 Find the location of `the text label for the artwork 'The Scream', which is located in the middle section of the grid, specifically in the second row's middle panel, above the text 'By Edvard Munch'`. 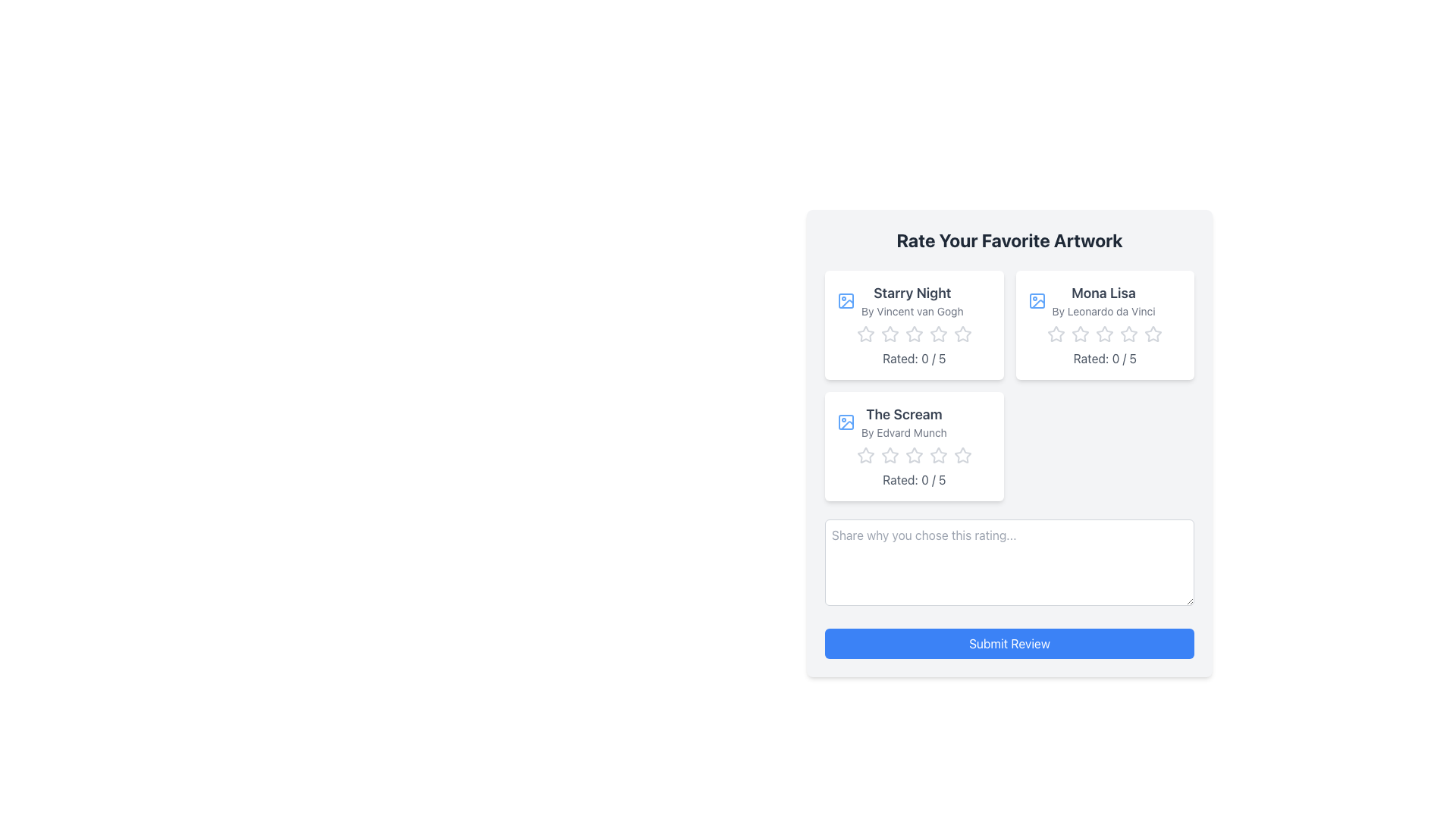

the text label for the artwork 'The Scream', which is located in the middle section of the grid, specifically in the second row's middle panel, above the text 'By Edvard Munch' is located at coordinates (904, 415).